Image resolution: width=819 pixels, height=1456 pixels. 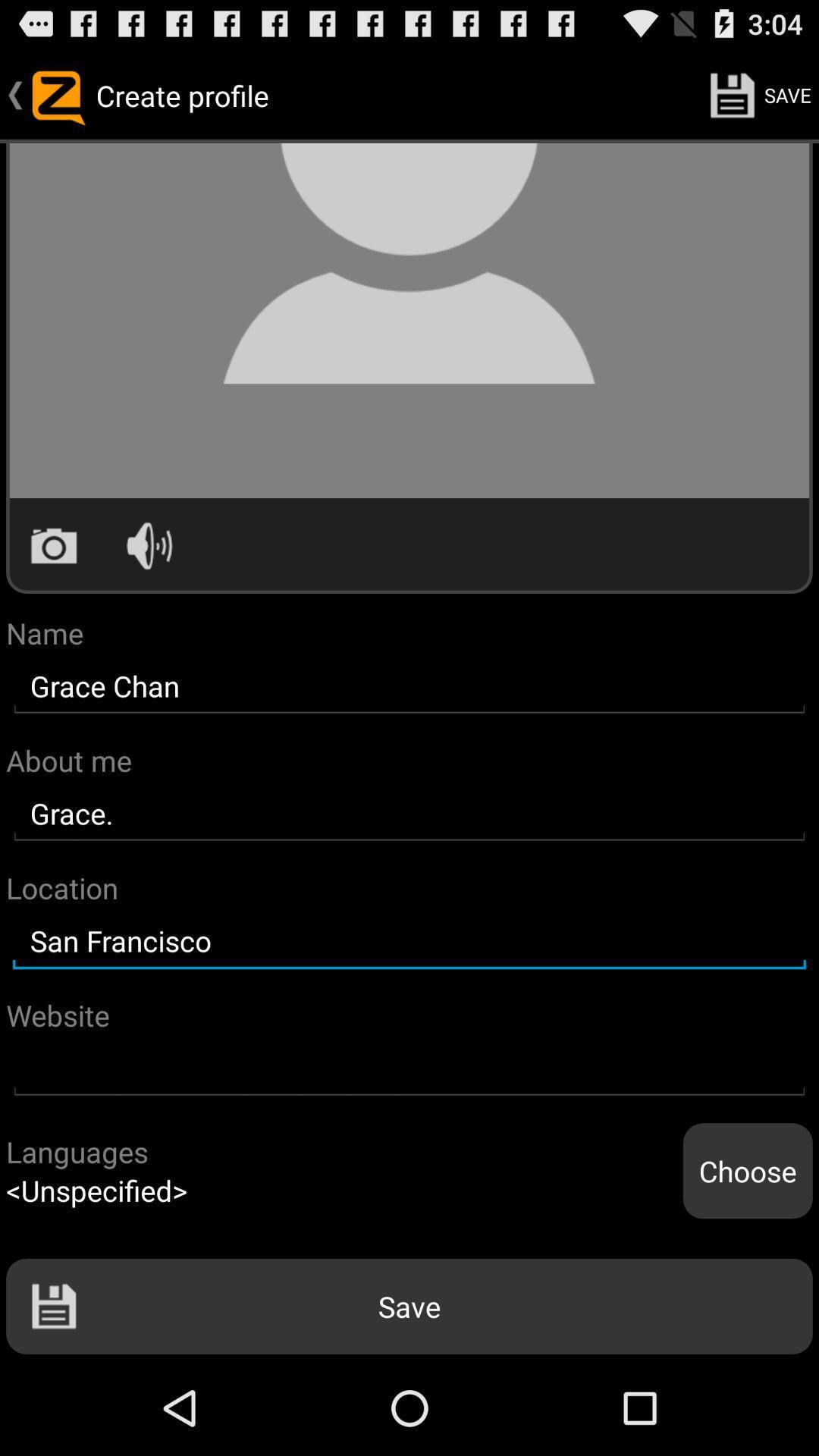 What do you see at coordinates (53, 583) in the screenshot?
I see `the photo icon` at bounding box center [53, 583].